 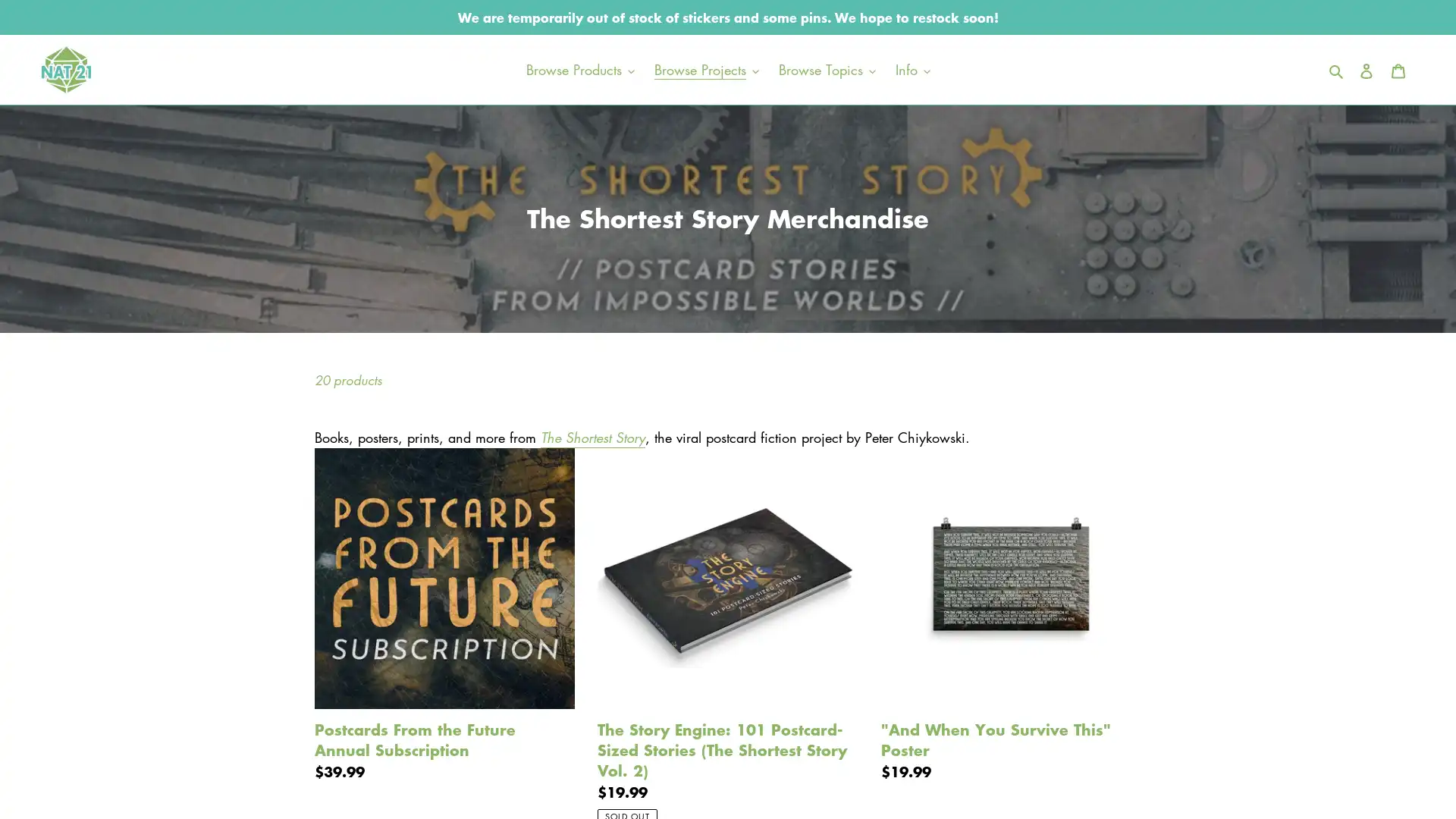 I want to click on Browse Topics, so click(x=825, y=69).